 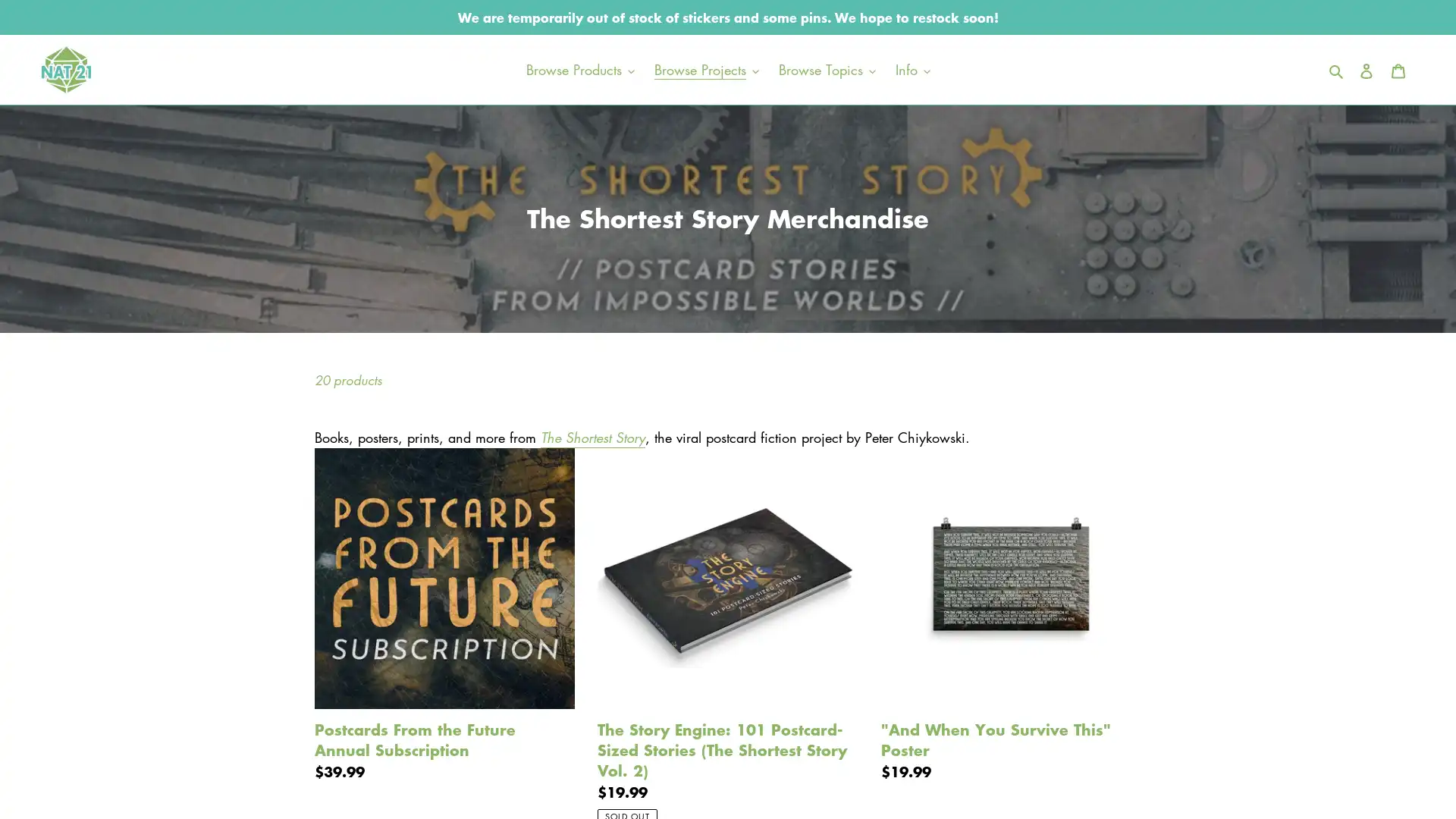 I want to click on Browse Topics, so click(x=825, y=69).